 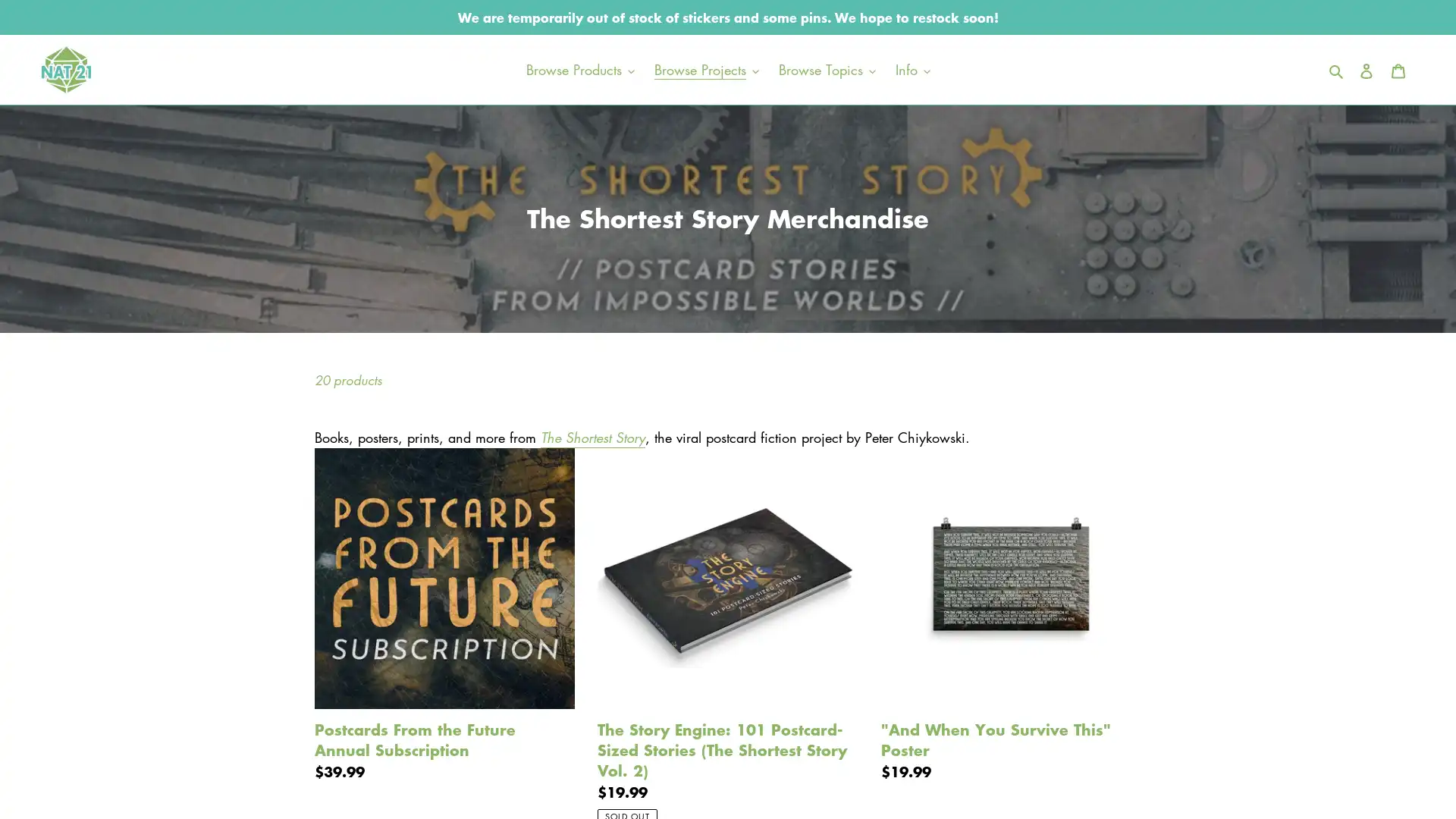 I want to click on Browse Topics, so click(x=825, y=69).